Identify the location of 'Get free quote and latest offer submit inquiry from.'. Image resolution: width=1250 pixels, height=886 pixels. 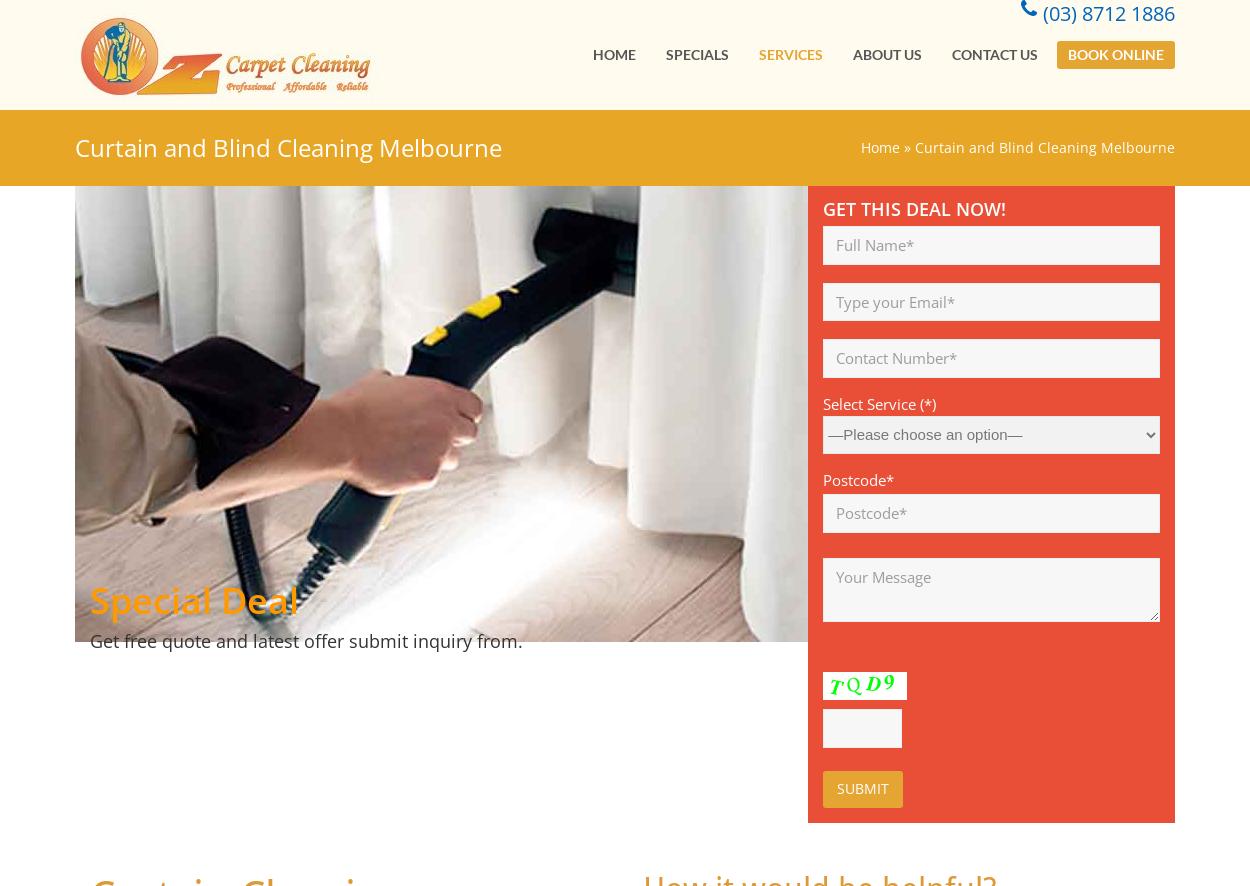
(89, 639).